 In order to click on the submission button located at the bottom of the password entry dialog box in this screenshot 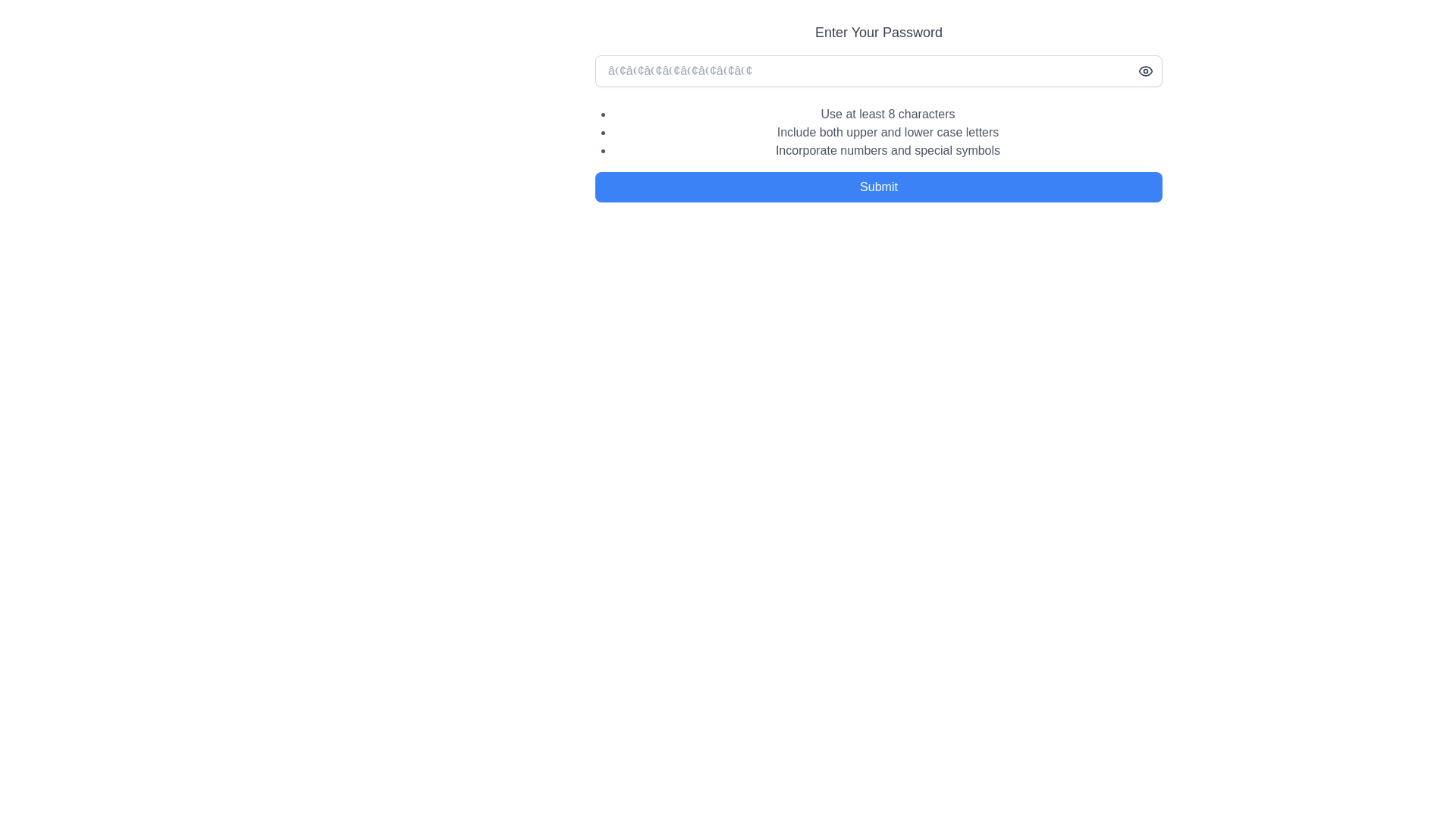, I will do `click(878, 190)`.